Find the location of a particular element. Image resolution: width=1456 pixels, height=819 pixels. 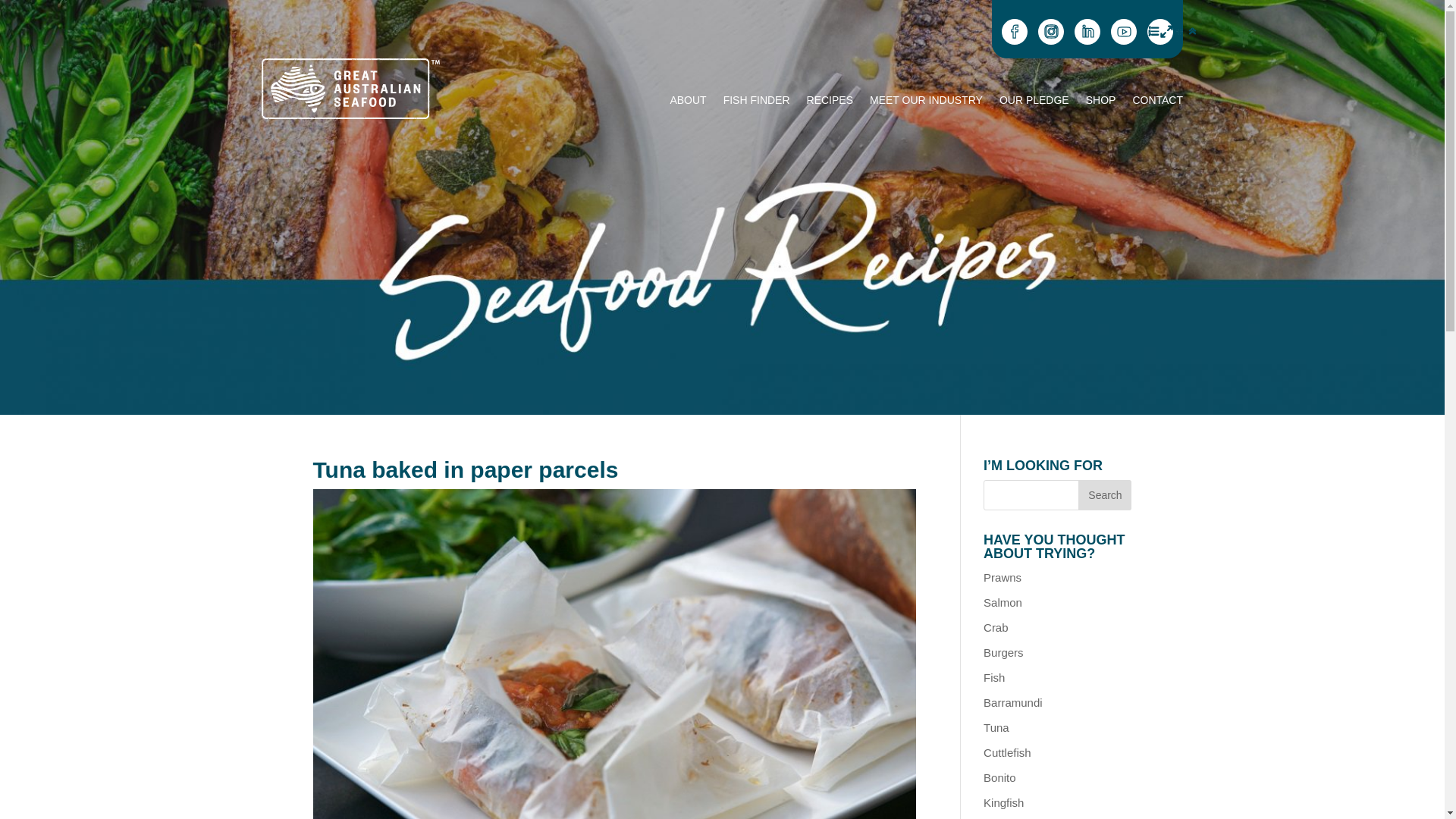

'Barramundi' is located at coordinates (1012, 702).